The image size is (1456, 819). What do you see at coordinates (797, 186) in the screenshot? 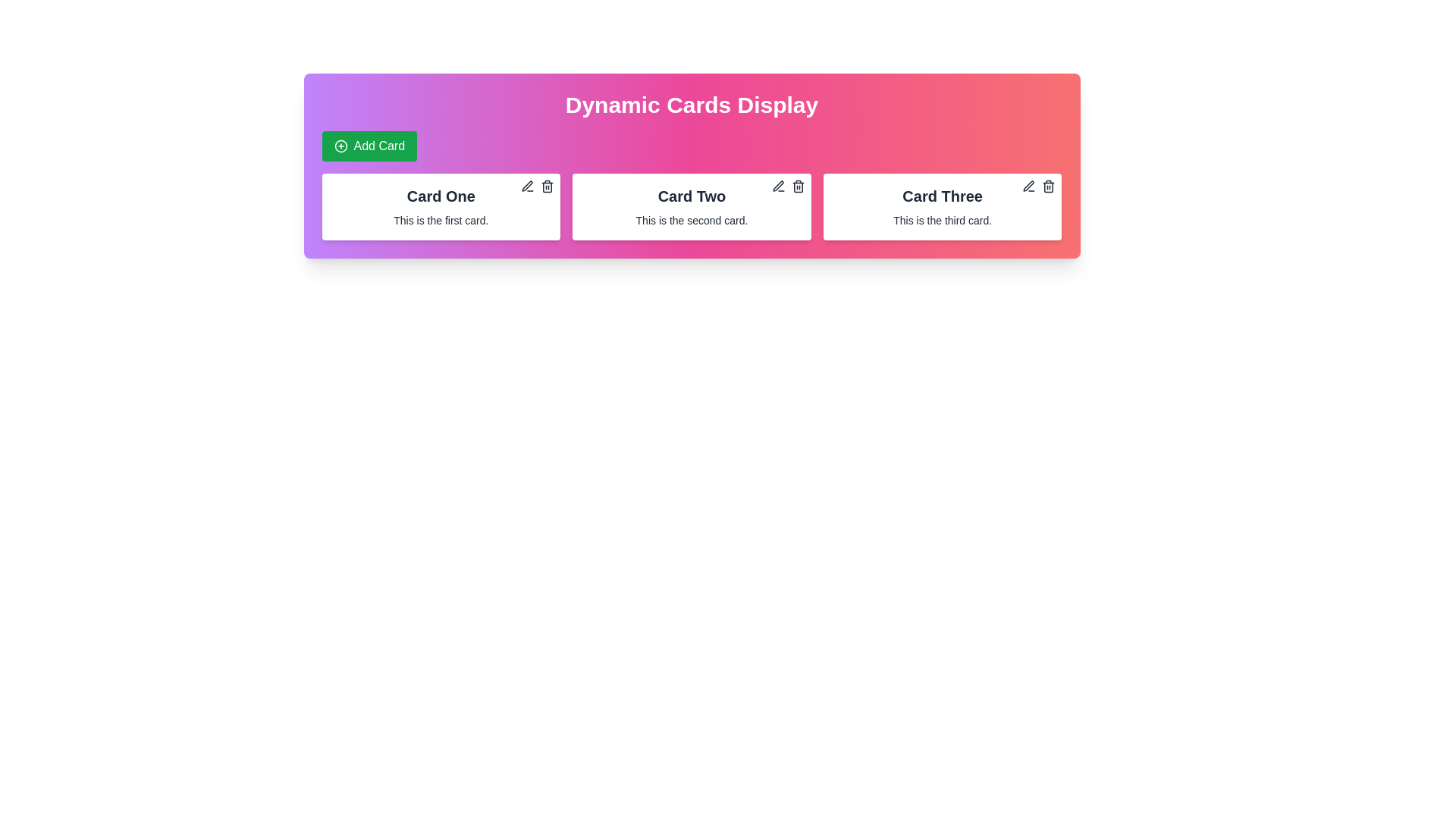
I see `the trash bin icon button located at the top-right corner of the 'Card Two', which is the last icon in a row of two, adjacent to the pencil icon` at bounding box center [797, 186].